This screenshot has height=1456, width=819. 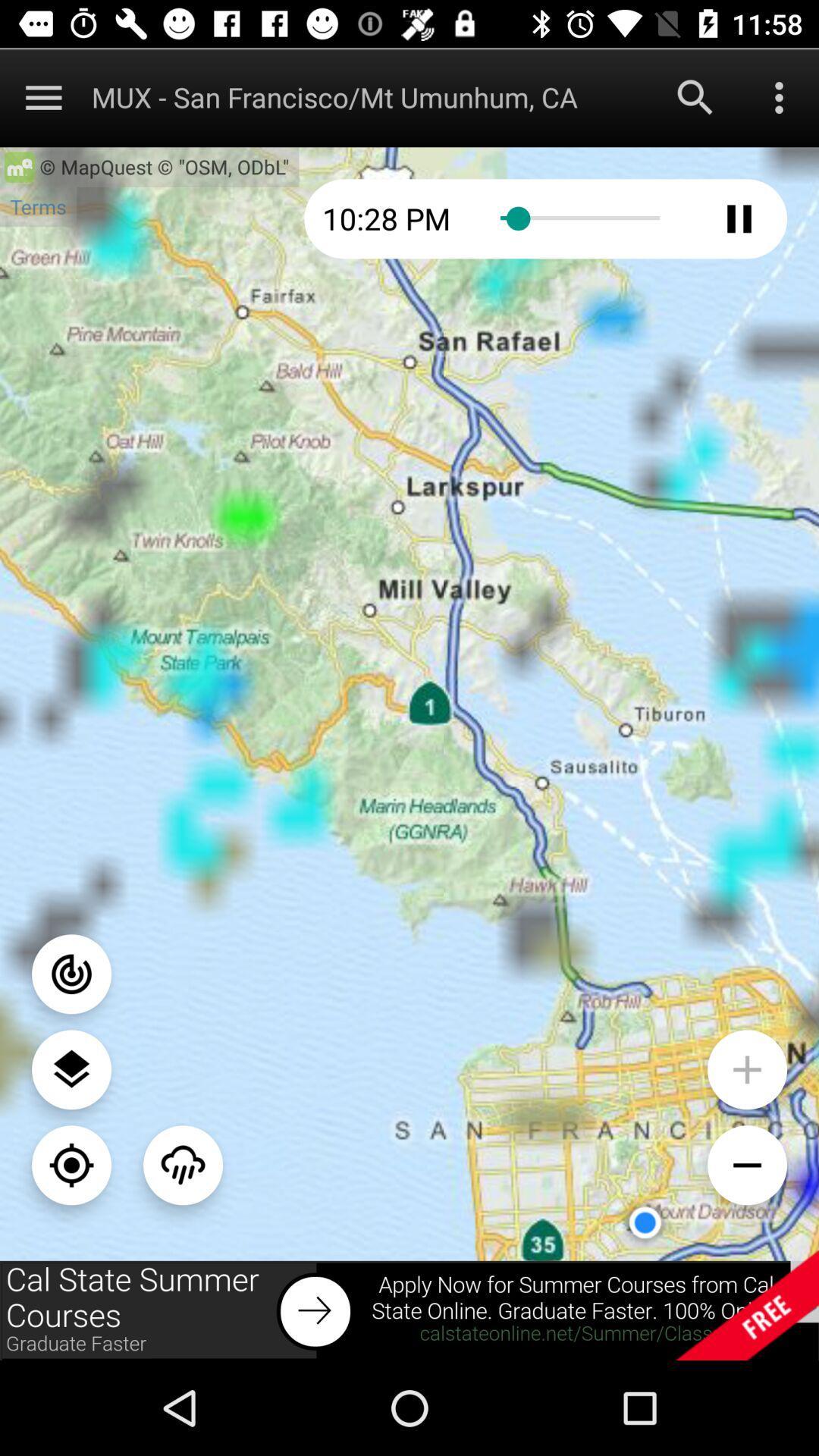 I want to click on zoom in the location, so click(x=746, y=1068).